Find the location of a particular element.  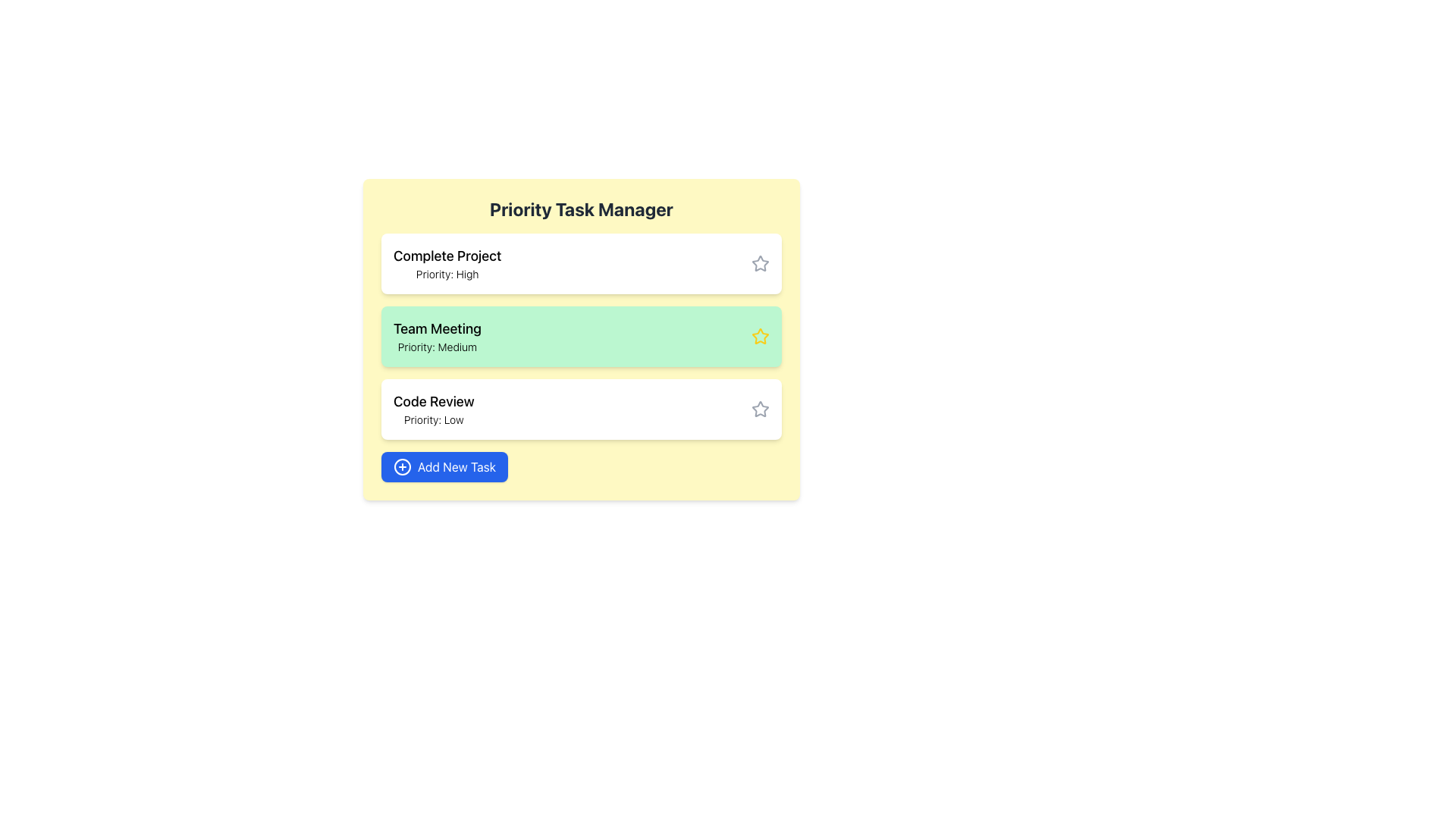

the green rectangular task entry labeled 'Team Meeting' is located at coordinates (581, 335).